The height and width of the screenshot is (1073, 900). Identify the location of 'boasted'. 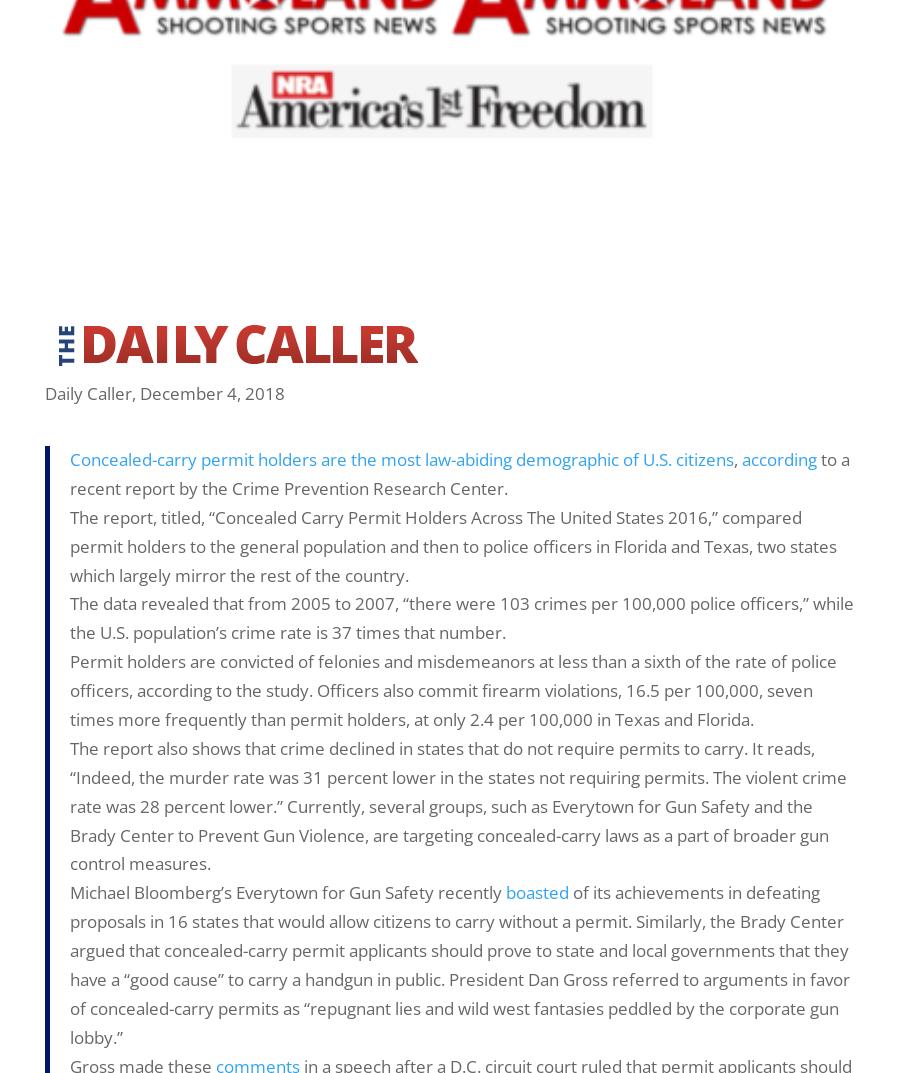
(536, 891).